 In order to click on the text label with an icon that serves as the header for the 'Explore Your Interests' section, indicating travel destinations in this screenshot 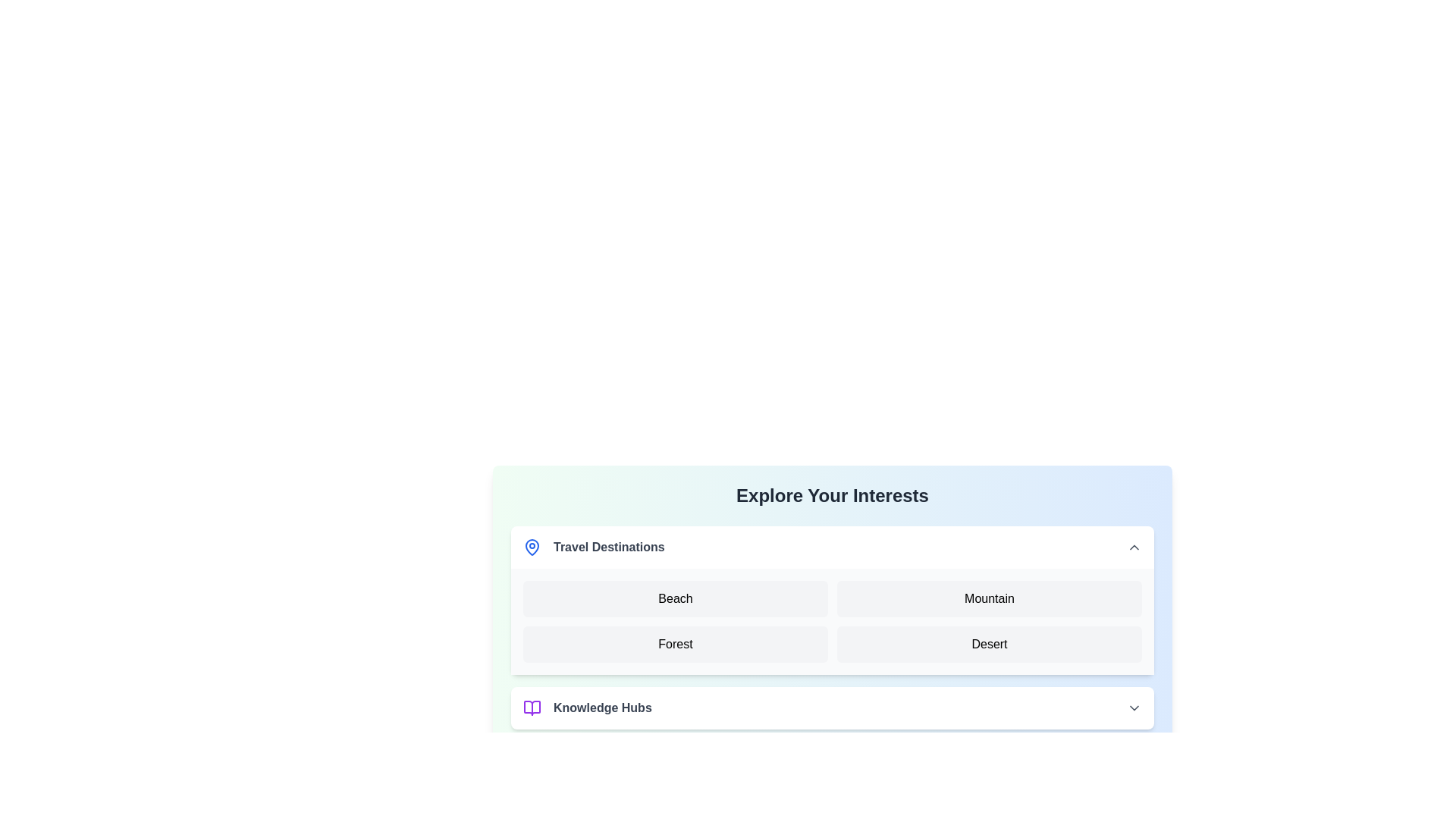, I will do `click(593, 547)`.